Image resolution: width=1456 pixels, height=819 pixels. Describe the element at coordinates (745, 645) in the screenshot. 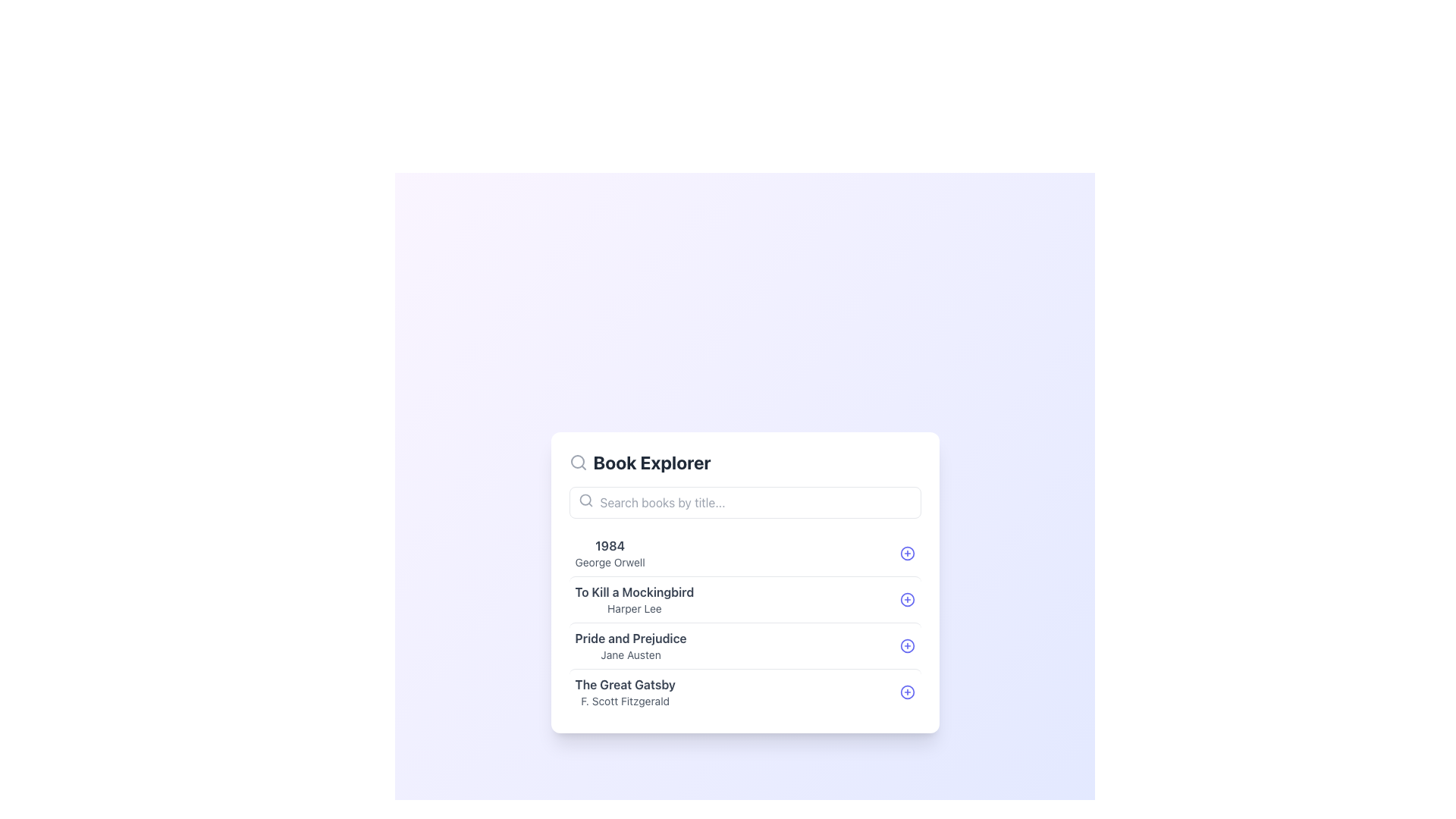

I see `the list entry for the book 'Pride and Prejudice' by Jane Austen, which is the third book in the list` at that location.